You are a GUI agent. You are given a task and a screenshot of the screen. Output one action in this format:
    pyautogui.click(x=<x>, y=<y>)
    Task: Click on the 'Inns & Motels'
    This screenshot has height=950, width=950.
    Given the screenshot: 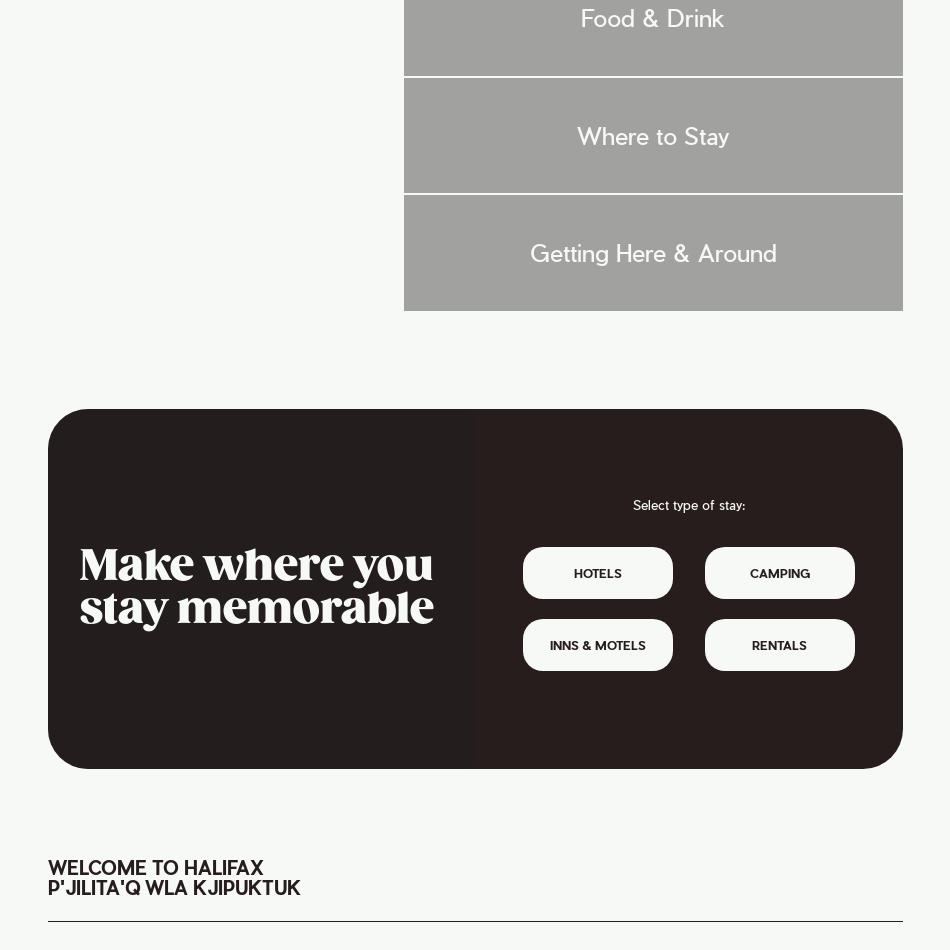 What is the action you would take?
    pyautogui.click(x=596, y=644)
    